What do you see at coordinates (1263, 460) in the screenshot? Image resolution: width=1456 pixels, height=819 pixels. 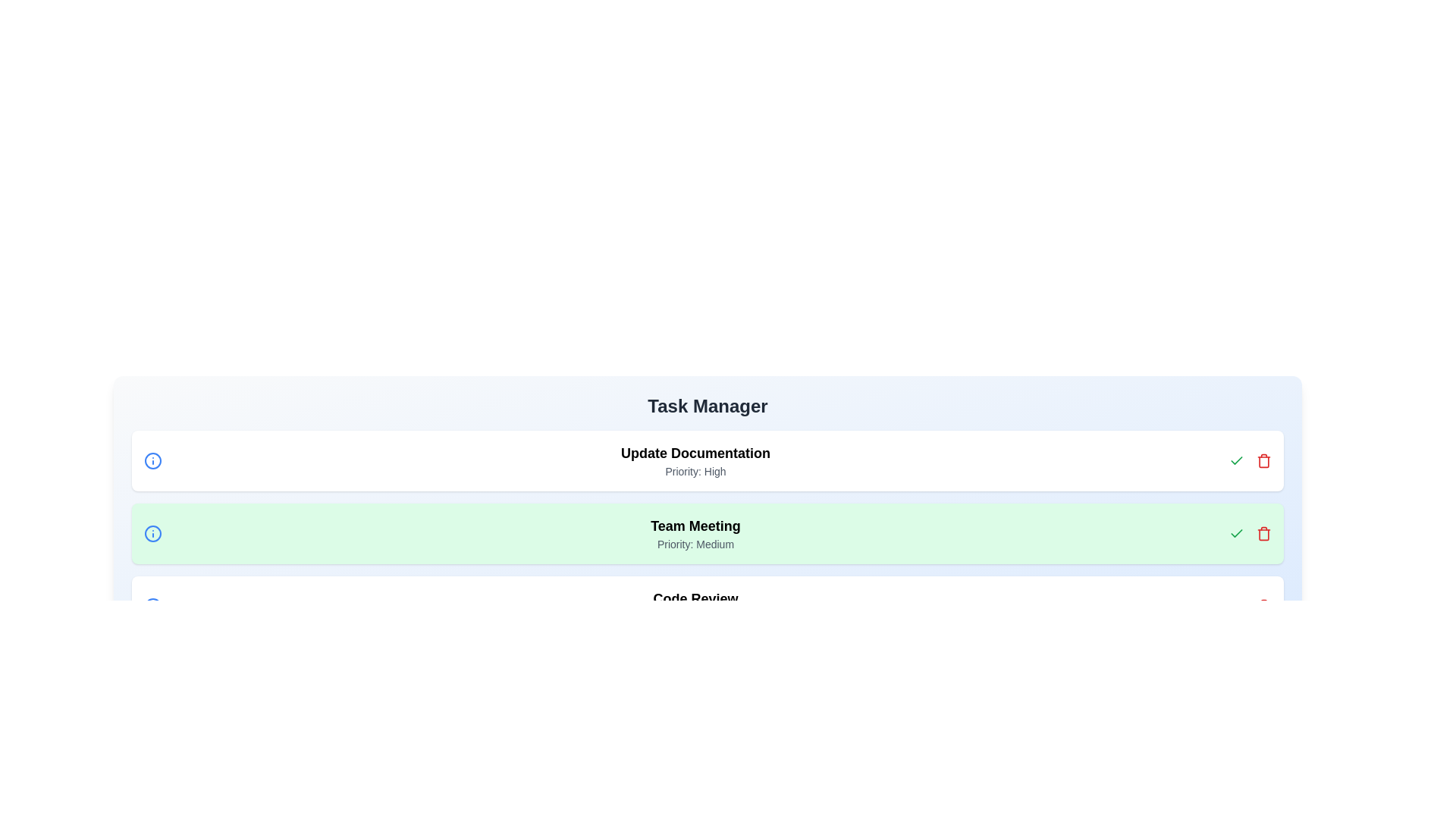 I see `the red trash button next to the 'Update Documentation' task to delete it` at bounding box center [1263, 460].